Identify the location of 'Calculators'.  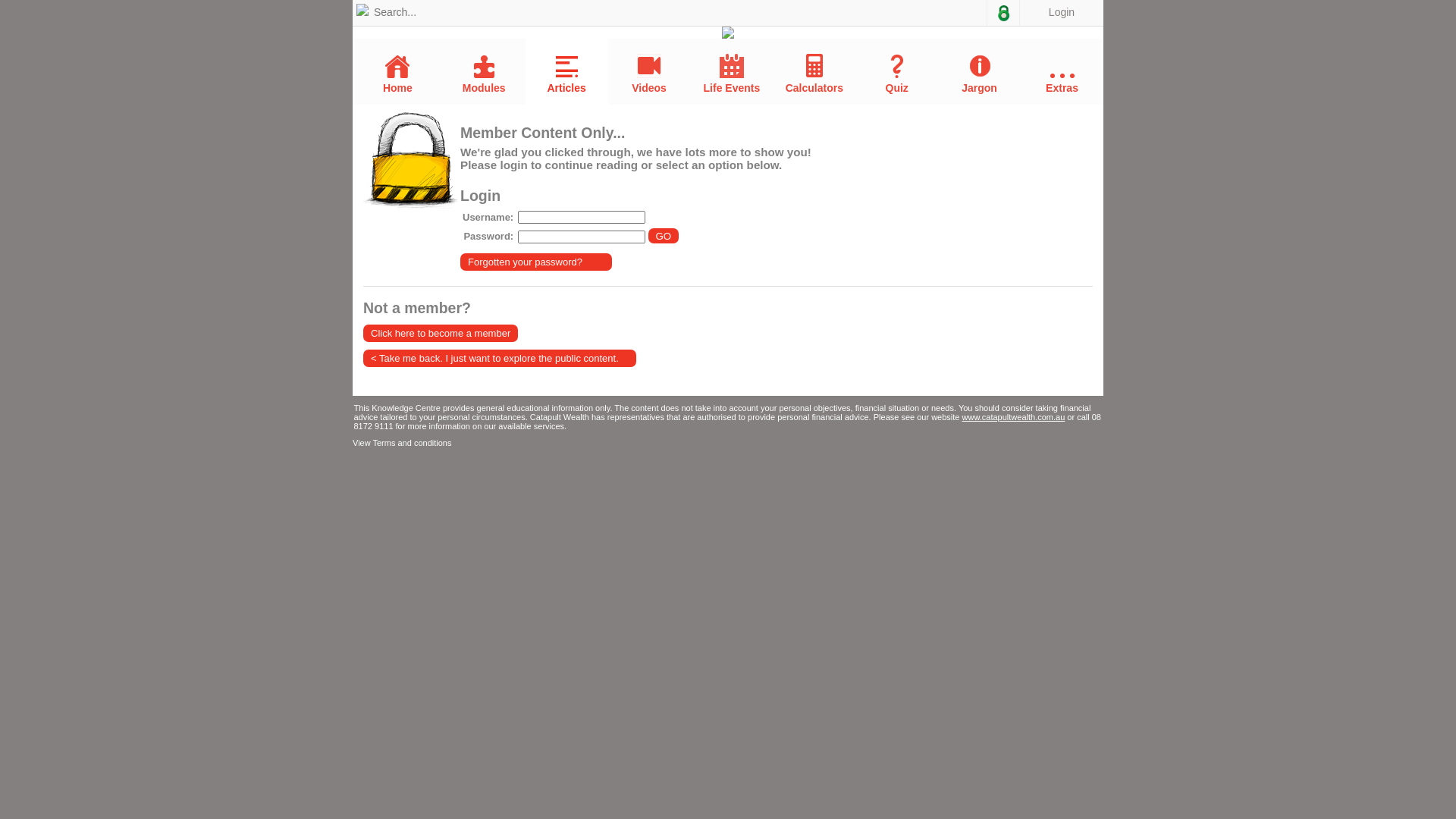
(813, 74).